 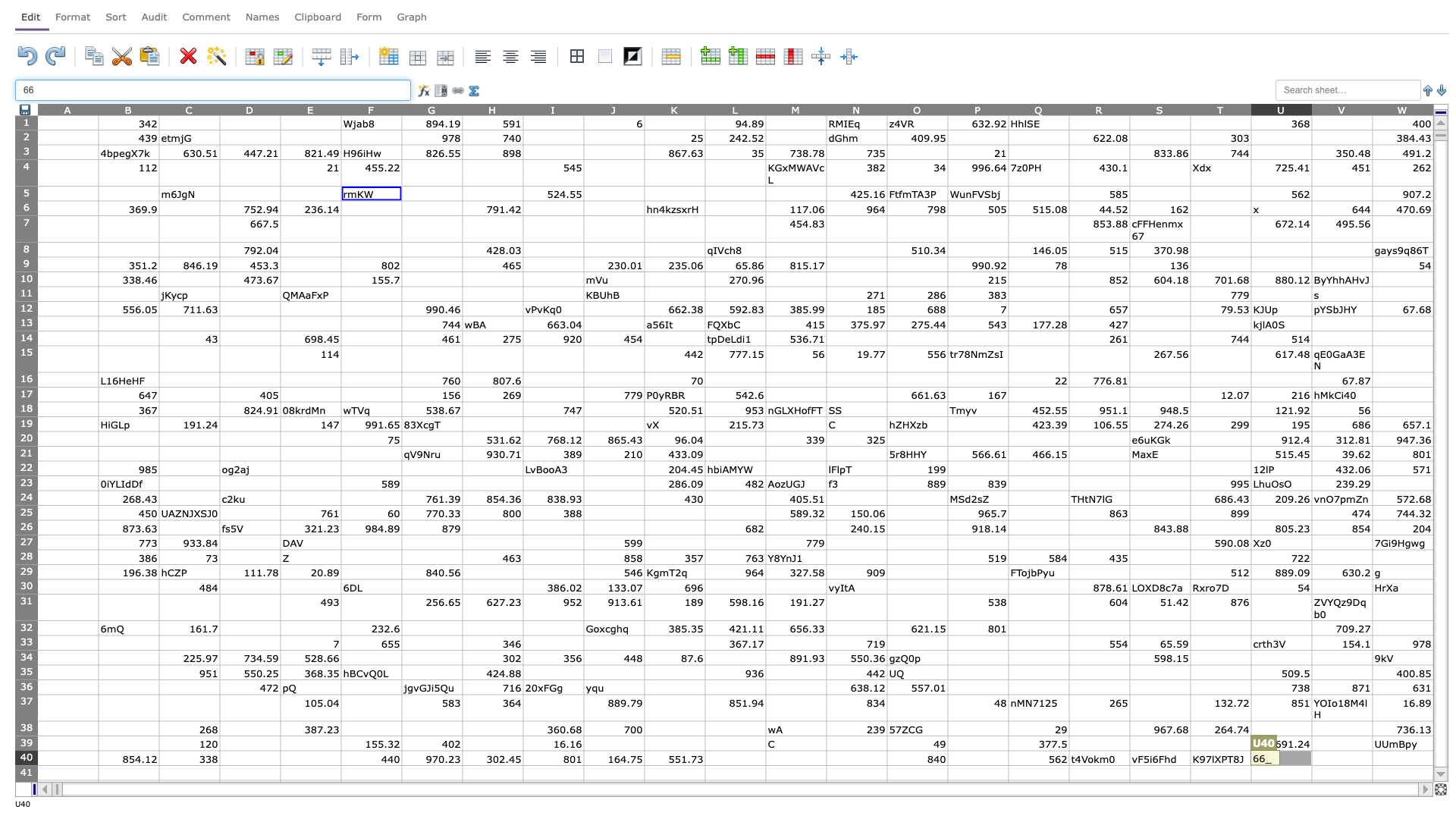 I want to click on left edge of W40, so click(x=1372, y=758).